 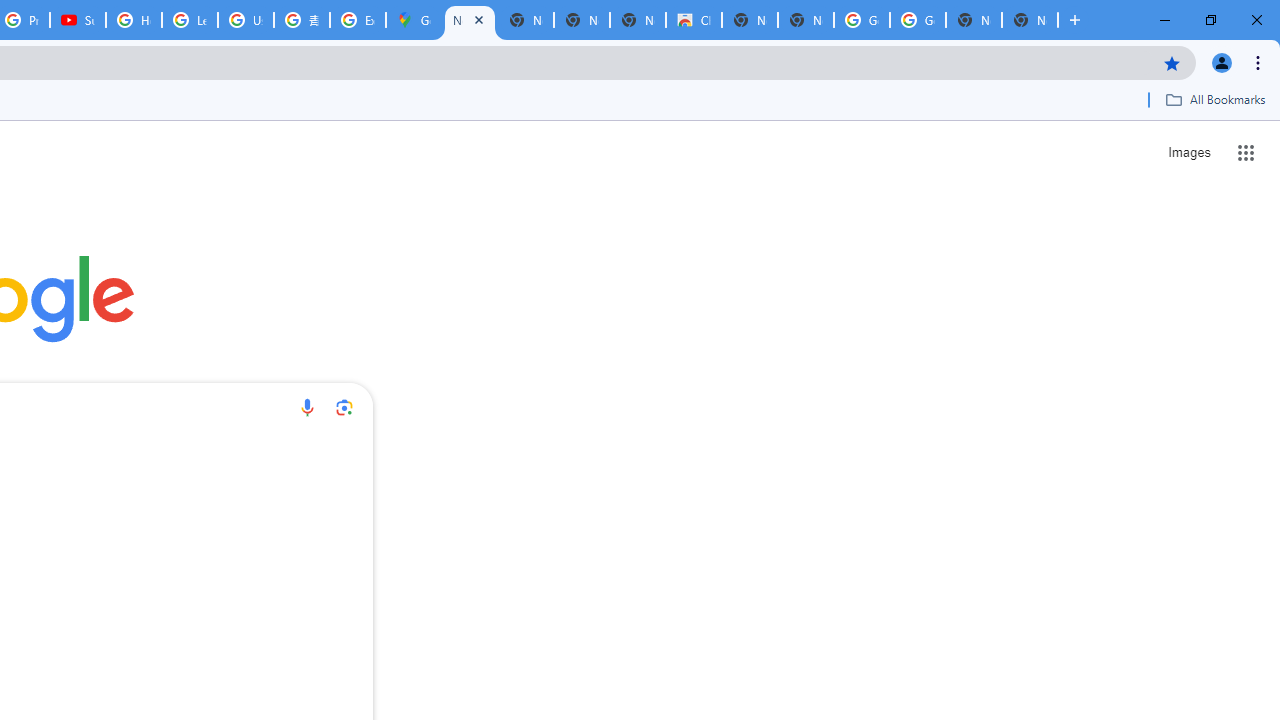 What do you see at coordinates (133, 20) in the screenshot?
I see `'How Chrome protects your passwords - Google Chrome Help'` at bounding box center [133, 20].